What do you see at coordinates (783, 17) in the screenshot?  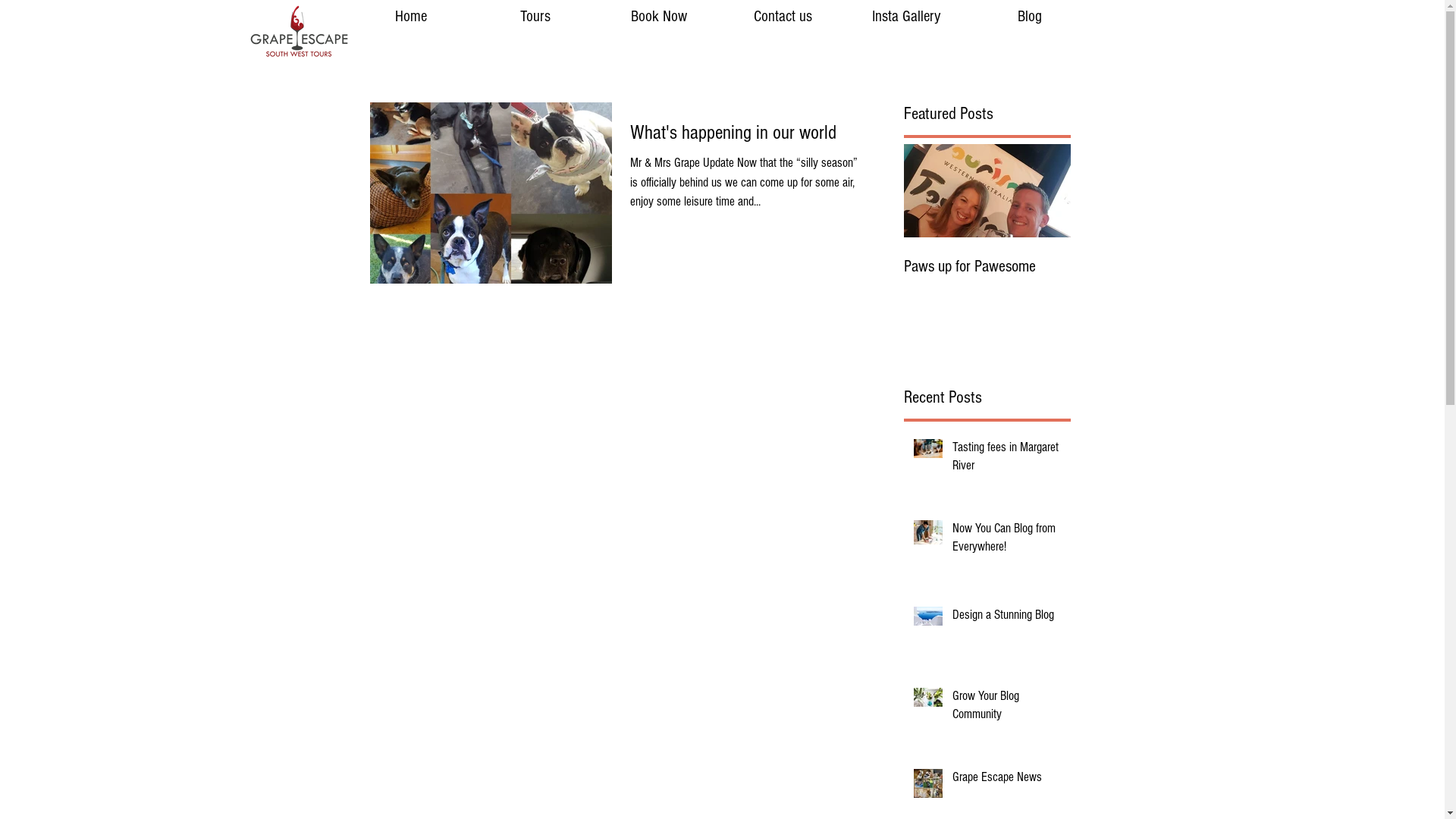 I see `'Contact us'` at bounding box center [783, 17].